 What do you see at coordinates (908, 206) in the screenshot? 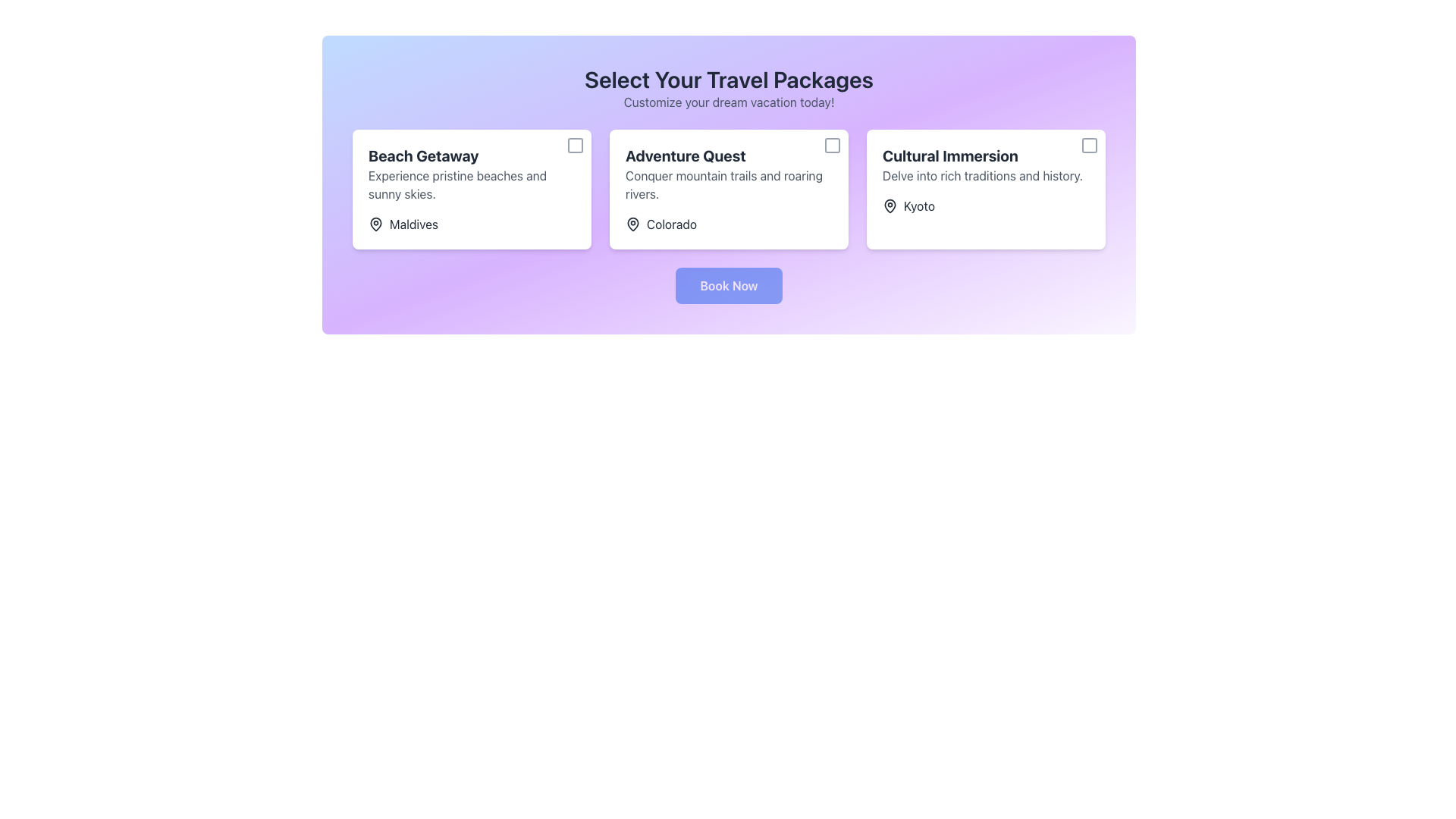
I see `the text element located at the bottom of the 'Cultural Immersion' card, directly below the descriptive text 'Delve into rich traditions and history.'` at bounding box center [908, 206].